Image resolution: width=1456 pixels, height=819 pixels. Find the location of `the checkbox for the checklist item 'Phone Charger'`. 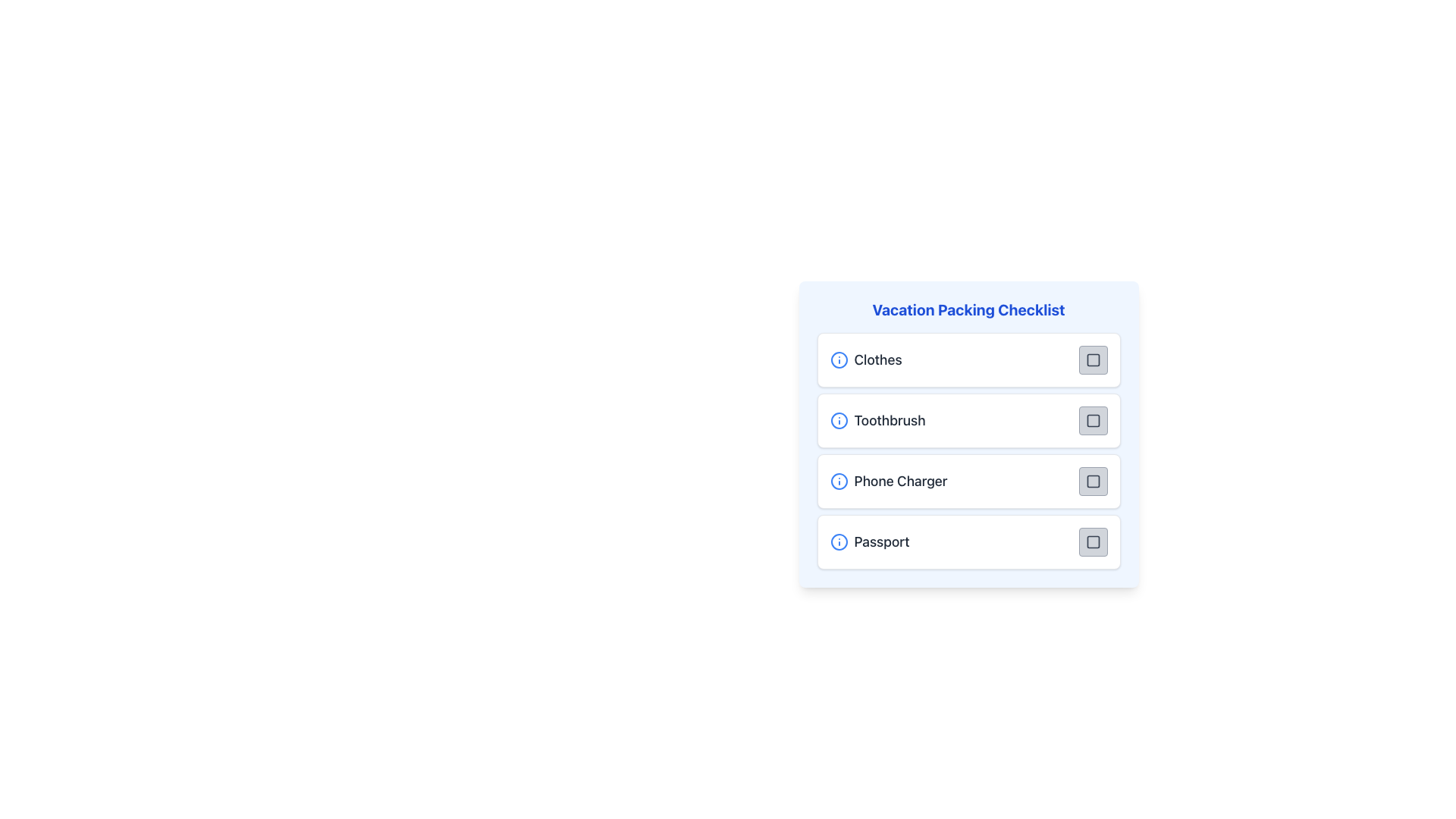

the checkbox for the checklist item 'Phone Charger' is located at coordinates (1093, 482).